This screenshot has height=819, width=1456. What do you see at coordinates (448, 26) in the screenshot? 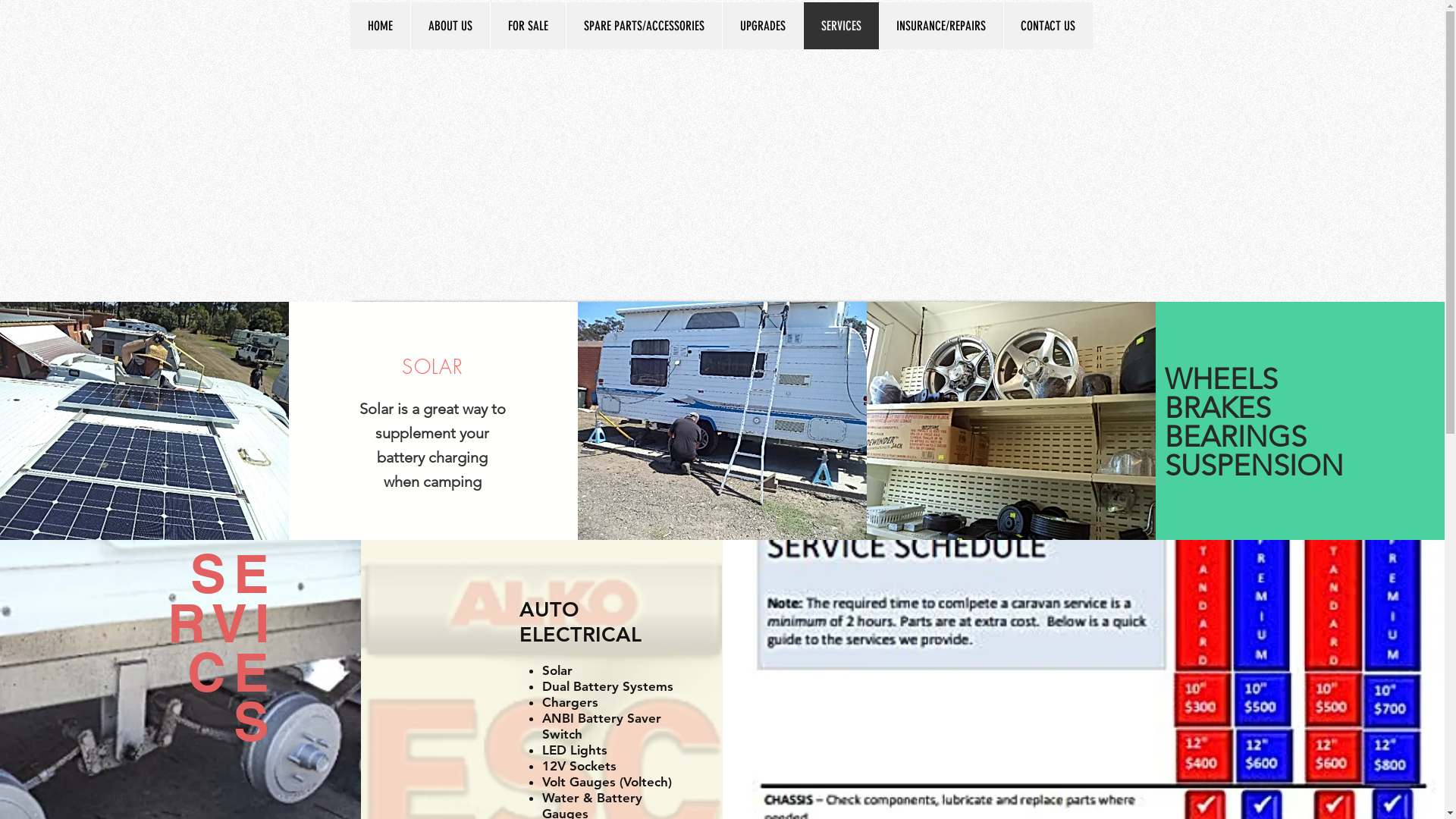
I see `'ABOUT US'` at bounding box center [448, 26].